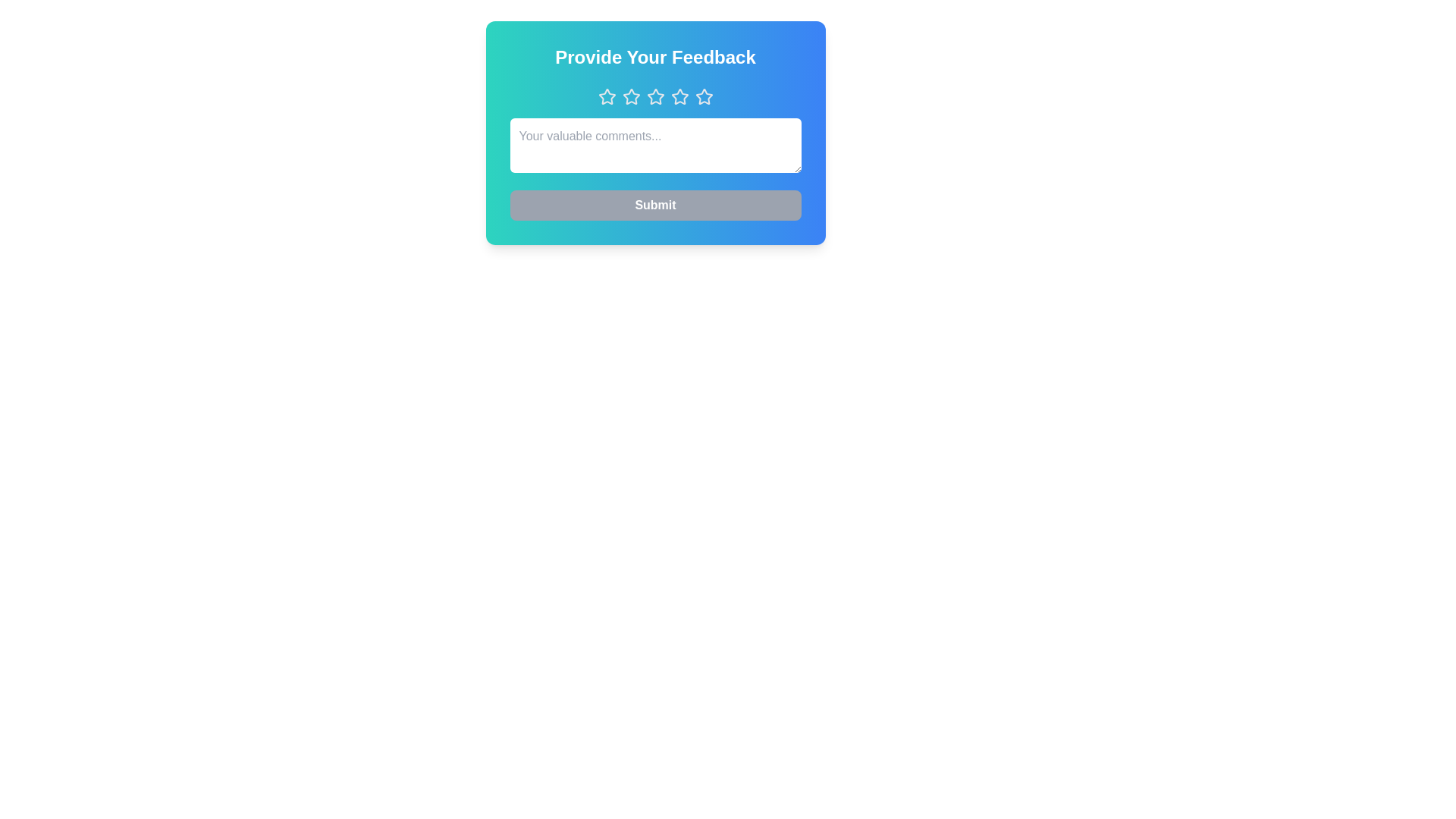  Describe the element at coordinates (607, 96) in the screenshot. I see `the star button corresponding to the desired rating 1` at that location.